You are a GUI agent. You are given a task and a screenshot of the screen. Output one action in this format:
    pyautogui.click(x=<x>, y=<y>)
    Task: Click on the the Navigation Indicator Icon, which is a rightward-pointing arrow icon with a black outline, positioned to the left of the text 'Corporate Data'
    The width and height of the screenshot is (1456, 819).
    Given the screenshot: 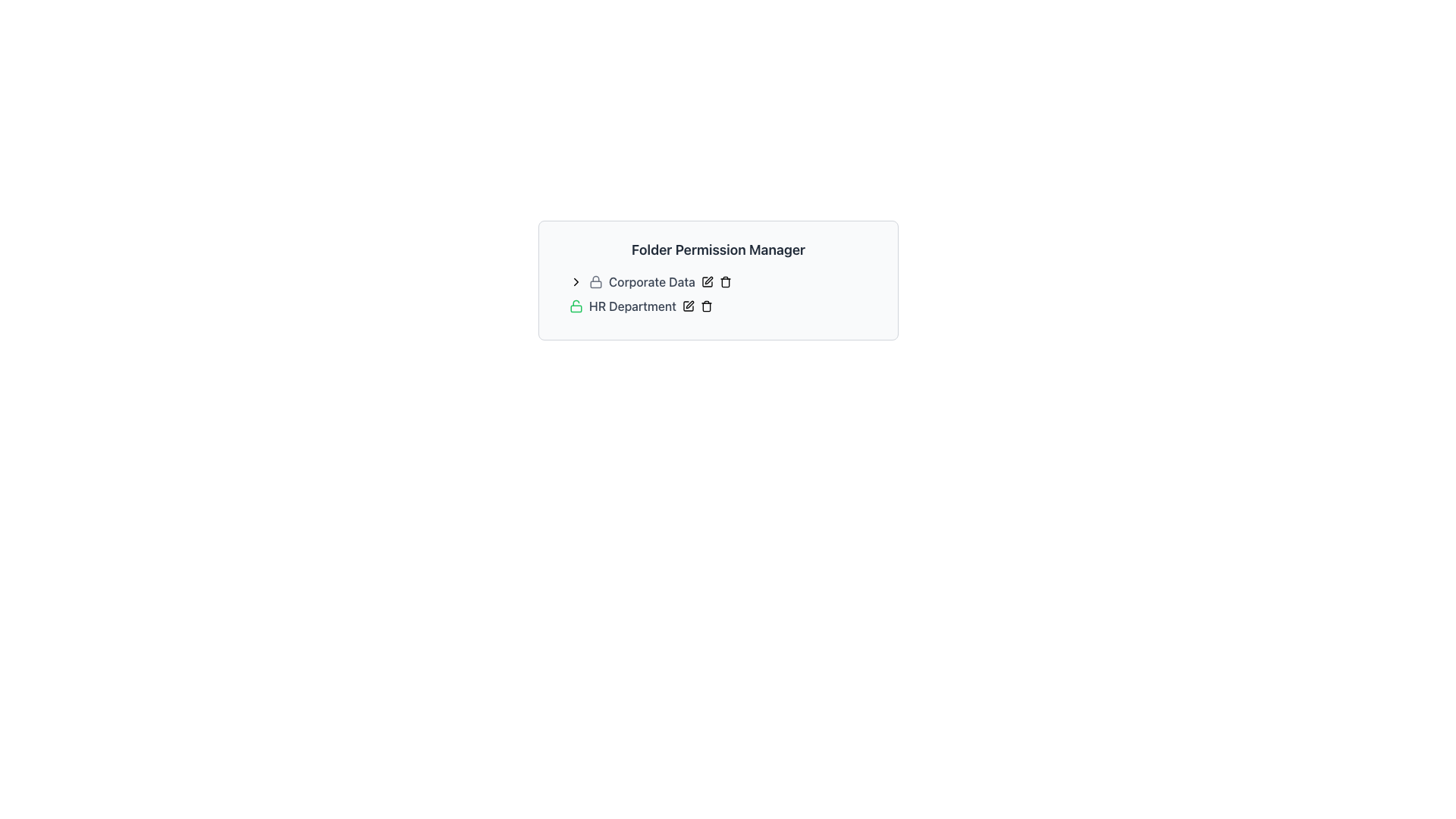 What is the action you would take?
    pyautogui.click(x=575, y=281)
    